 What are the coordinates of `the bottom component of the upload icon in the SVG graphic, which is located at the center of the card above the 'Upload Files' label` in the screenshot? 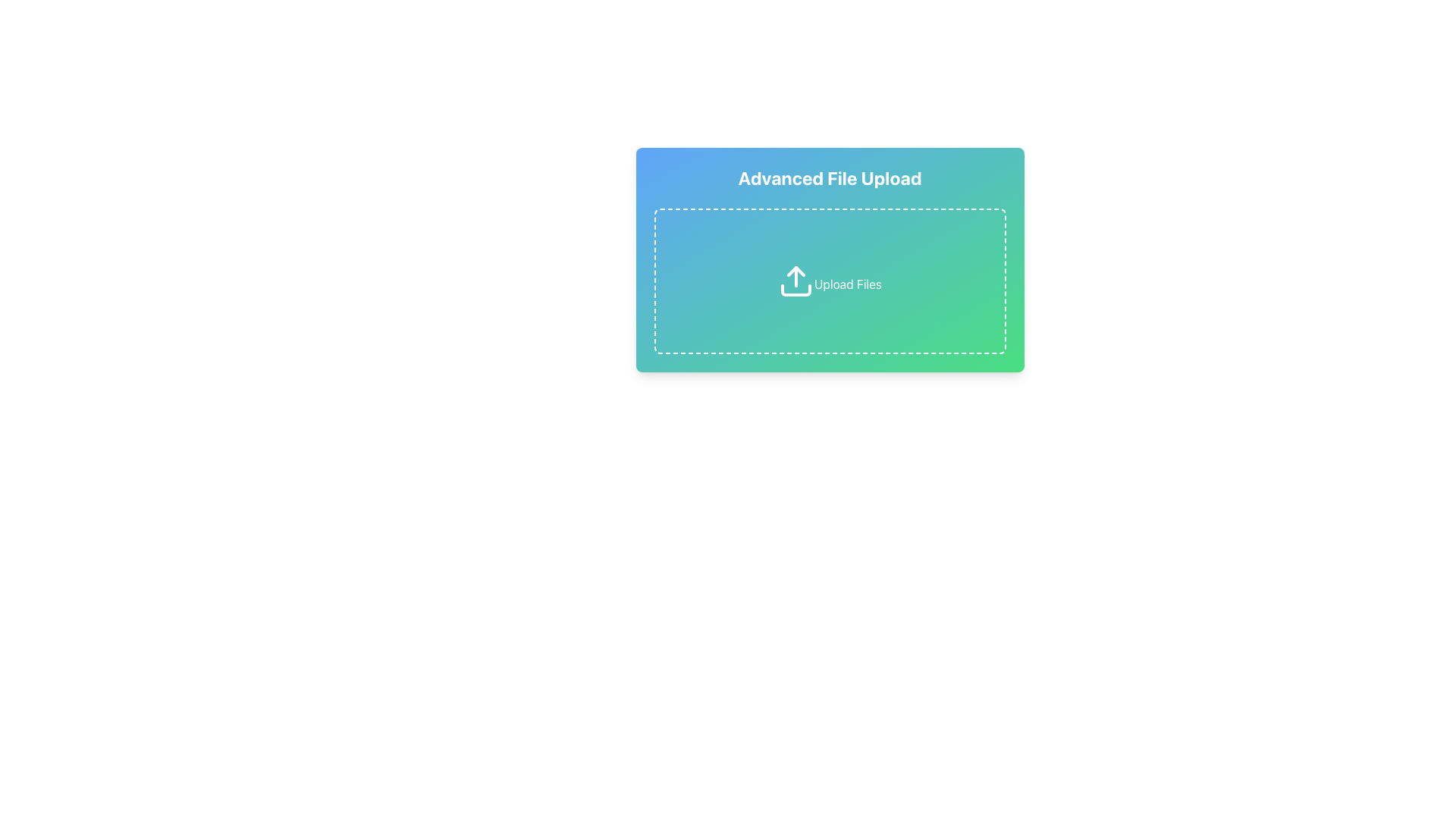 It's located at (795, 290).